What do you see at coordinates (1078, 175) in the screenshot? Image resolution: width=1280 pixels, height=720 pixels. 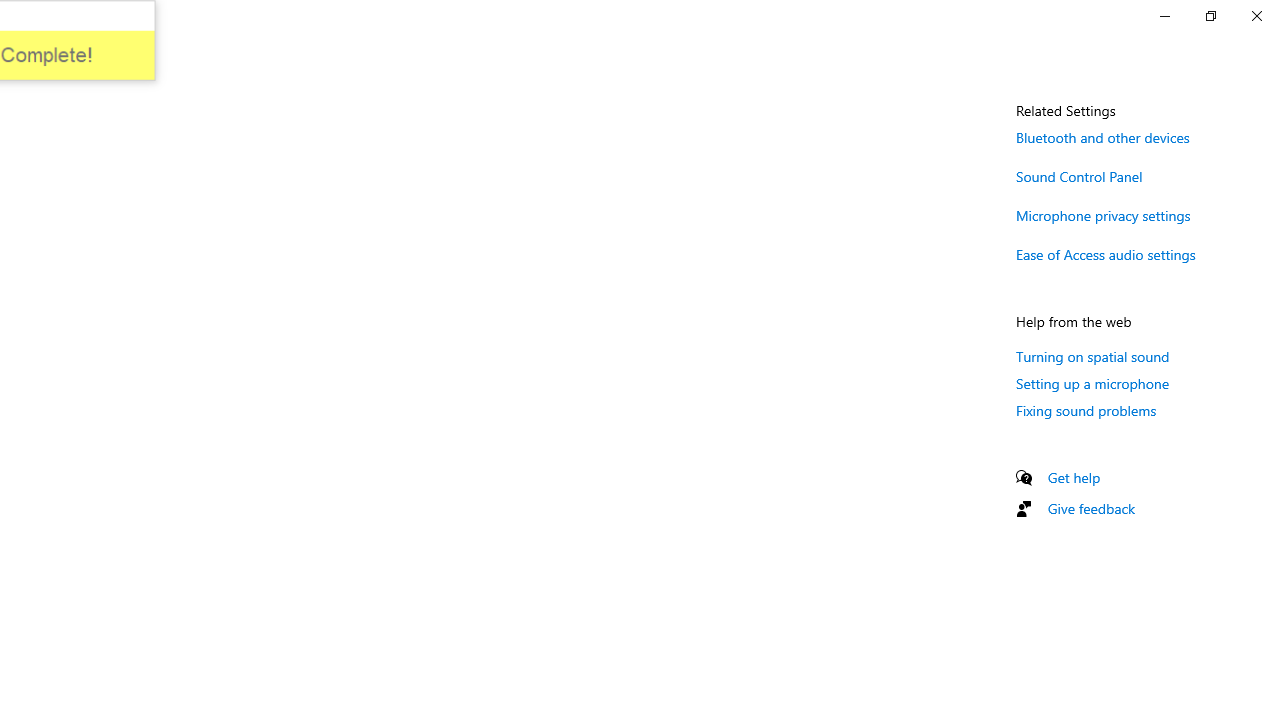 I see `'Sound Control Panel'` at bounding box center [1078, 175].